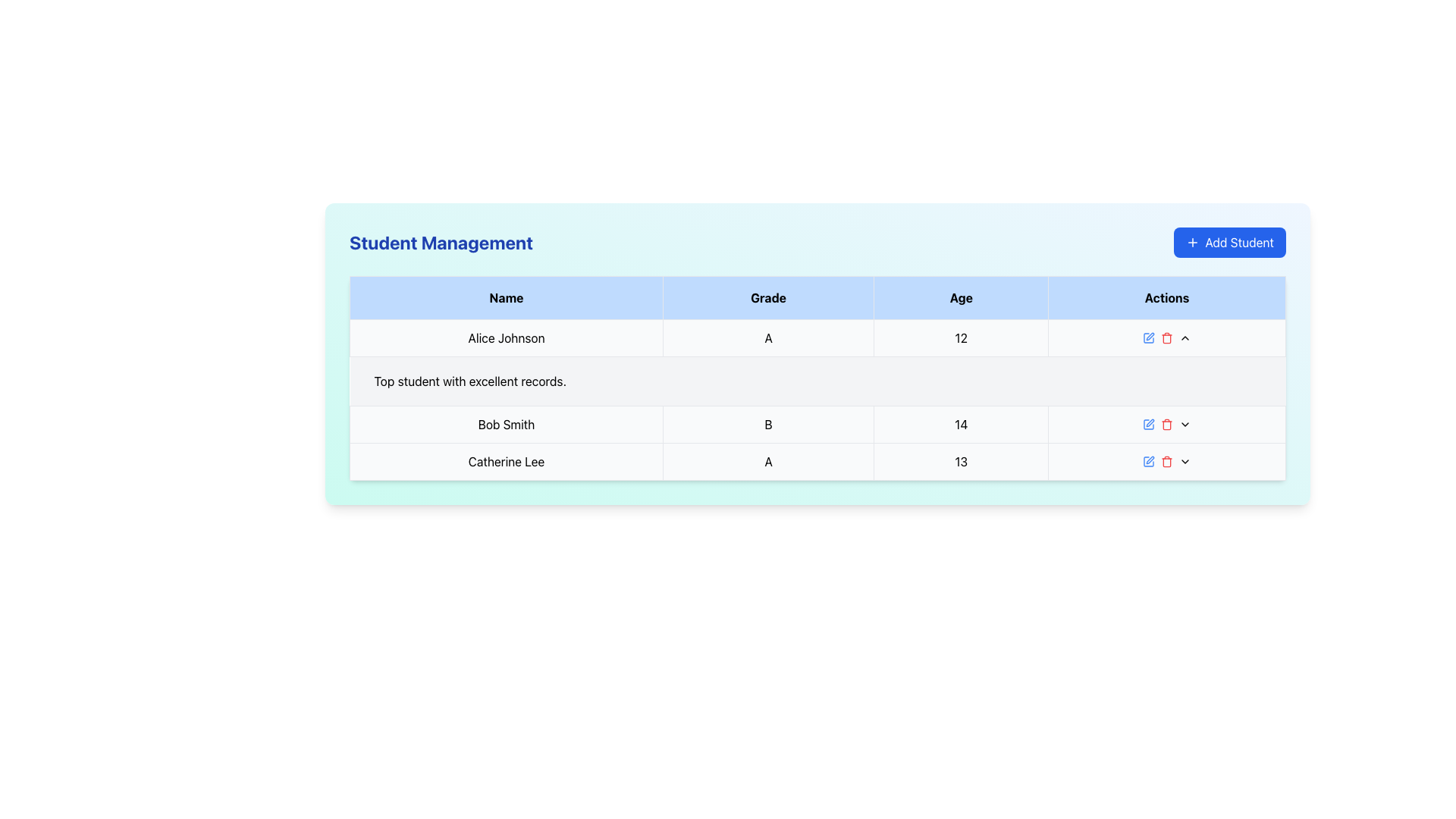 Image resolution: width=1456 pixels, height=819 pixels. Describe the element at coordinates (768, 298) in the screenshot. I see `the 'Grade' column header in the table, which is the second column in the header row, located between the 'Name' and 'Age' columns` at that location.